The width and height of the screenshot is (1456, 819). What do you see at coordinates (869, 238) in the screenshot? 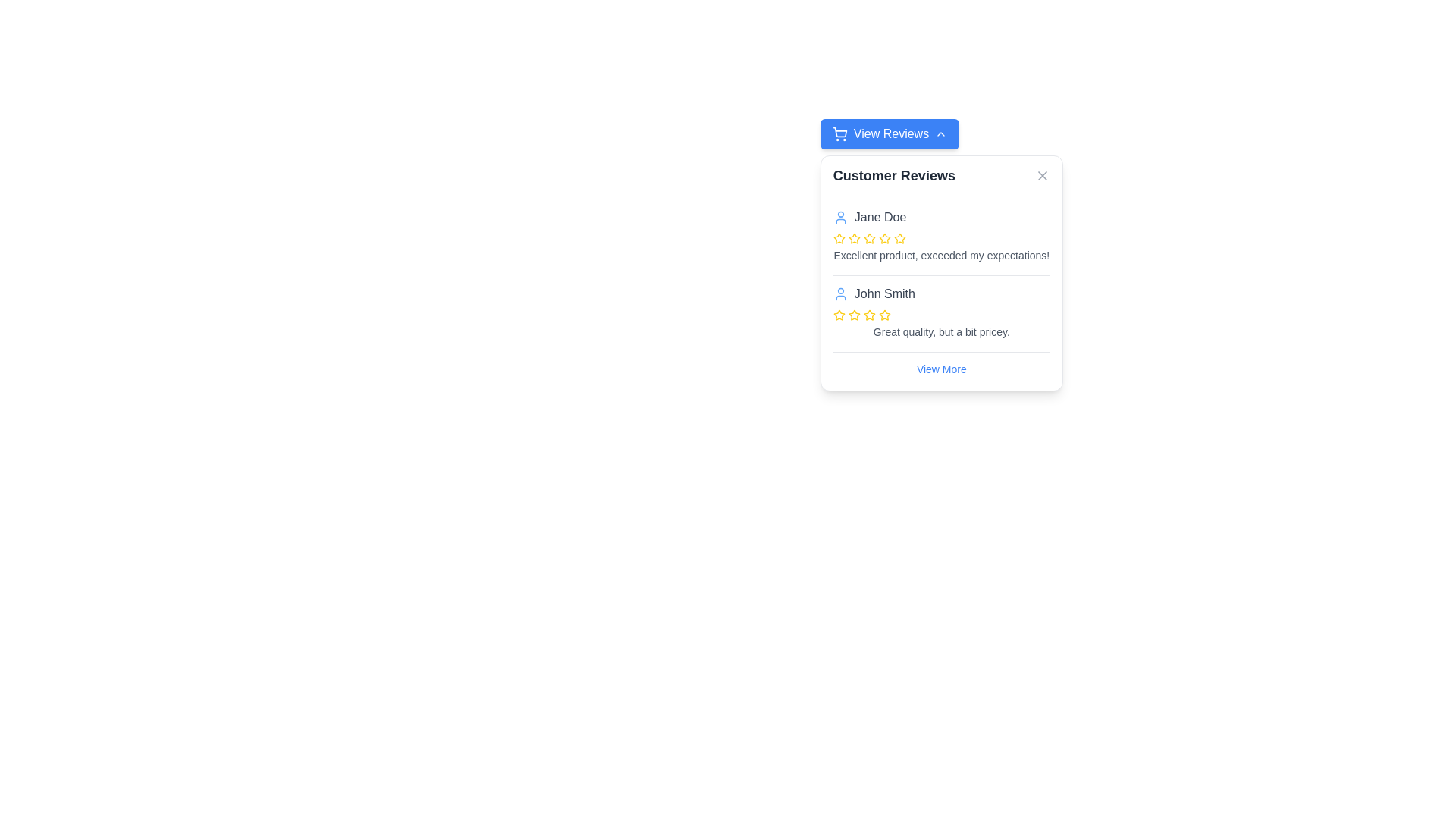
I see `the third star icon in the rating system for 'Jane Doe's review entry under the 'Customer Reviews' section` at bounding box center [869, 238].